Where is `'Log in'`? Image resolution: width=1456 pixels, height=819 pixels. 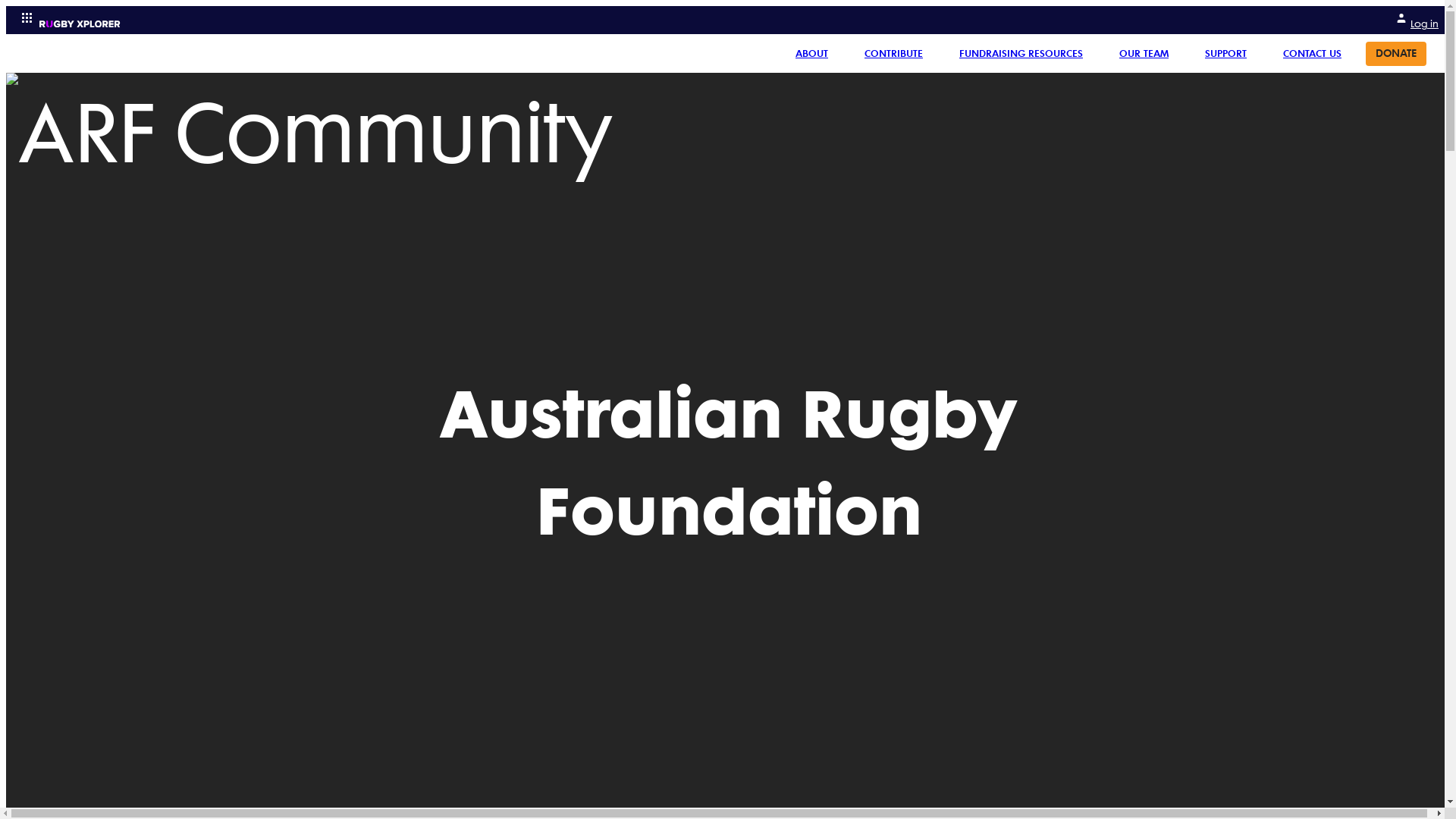 'Log in' is located at coordinates (1395, 20).